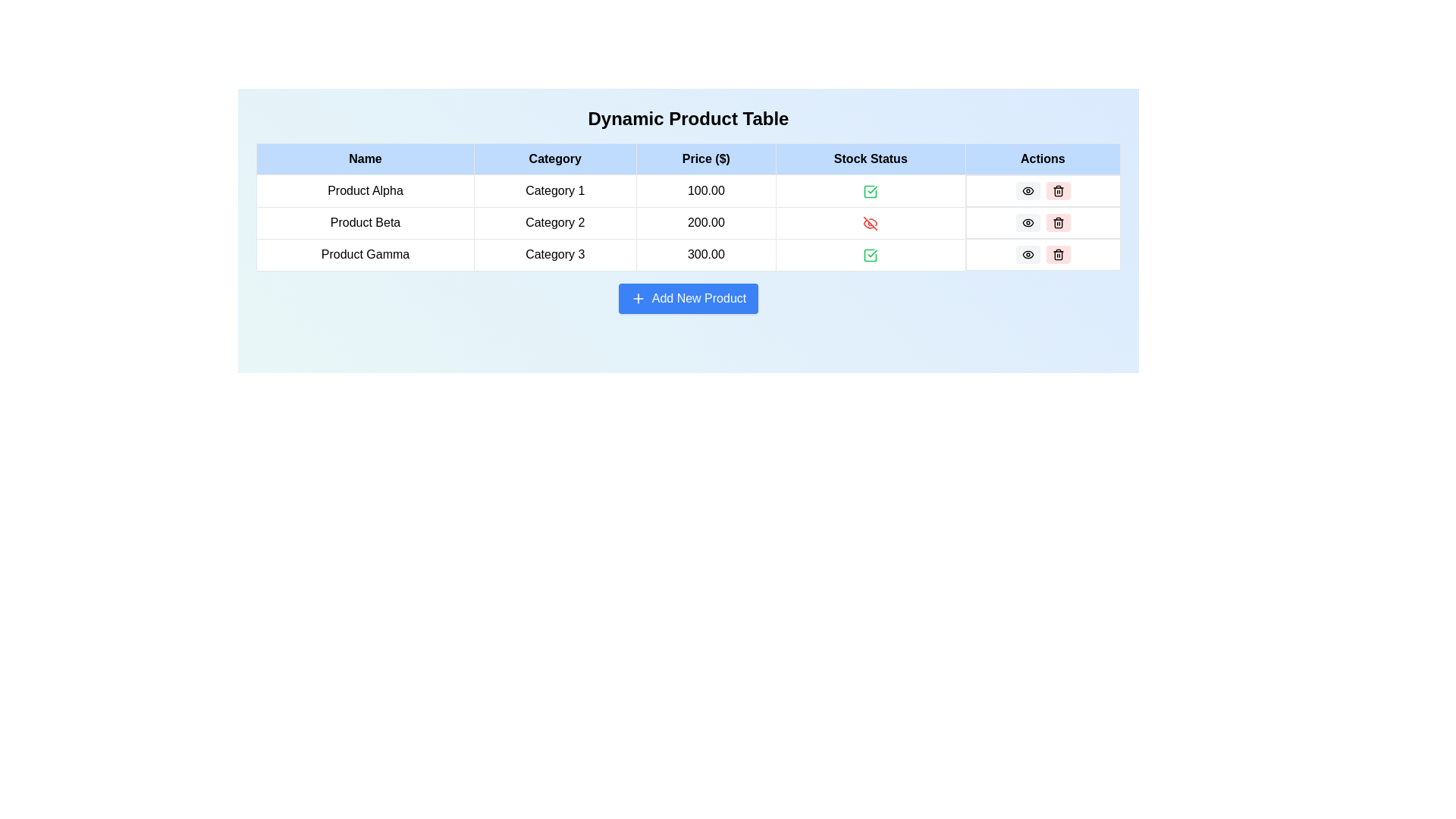 The width and height of the screenshot is (1456, 819). Describe the element at coordinates (554, 190) in the screenshot. I see `the text label displaying 'Category 1' located` at that location.